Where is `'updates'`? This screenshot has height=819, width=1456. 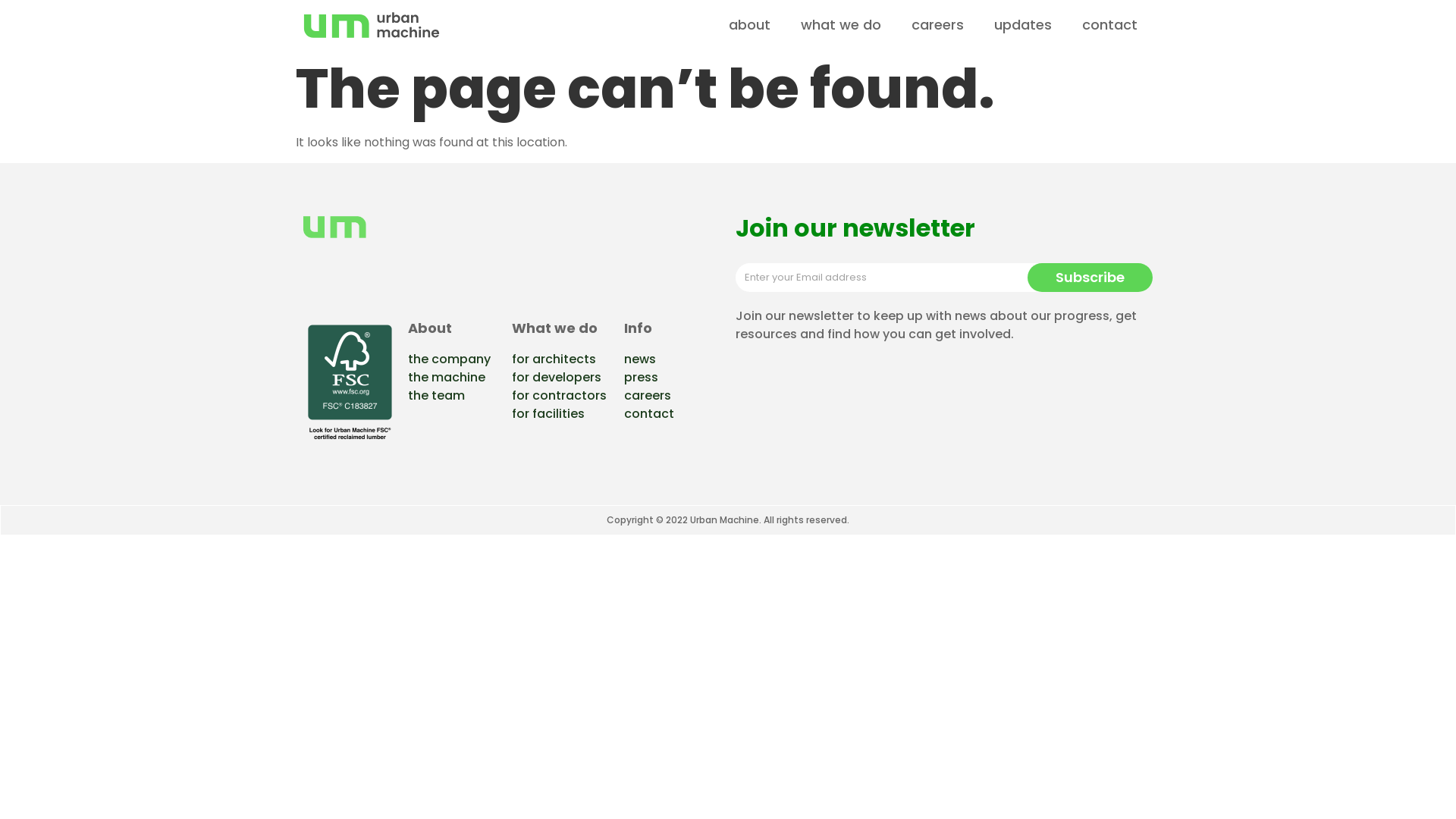 'updates' is located at coordinates (1022, 25).